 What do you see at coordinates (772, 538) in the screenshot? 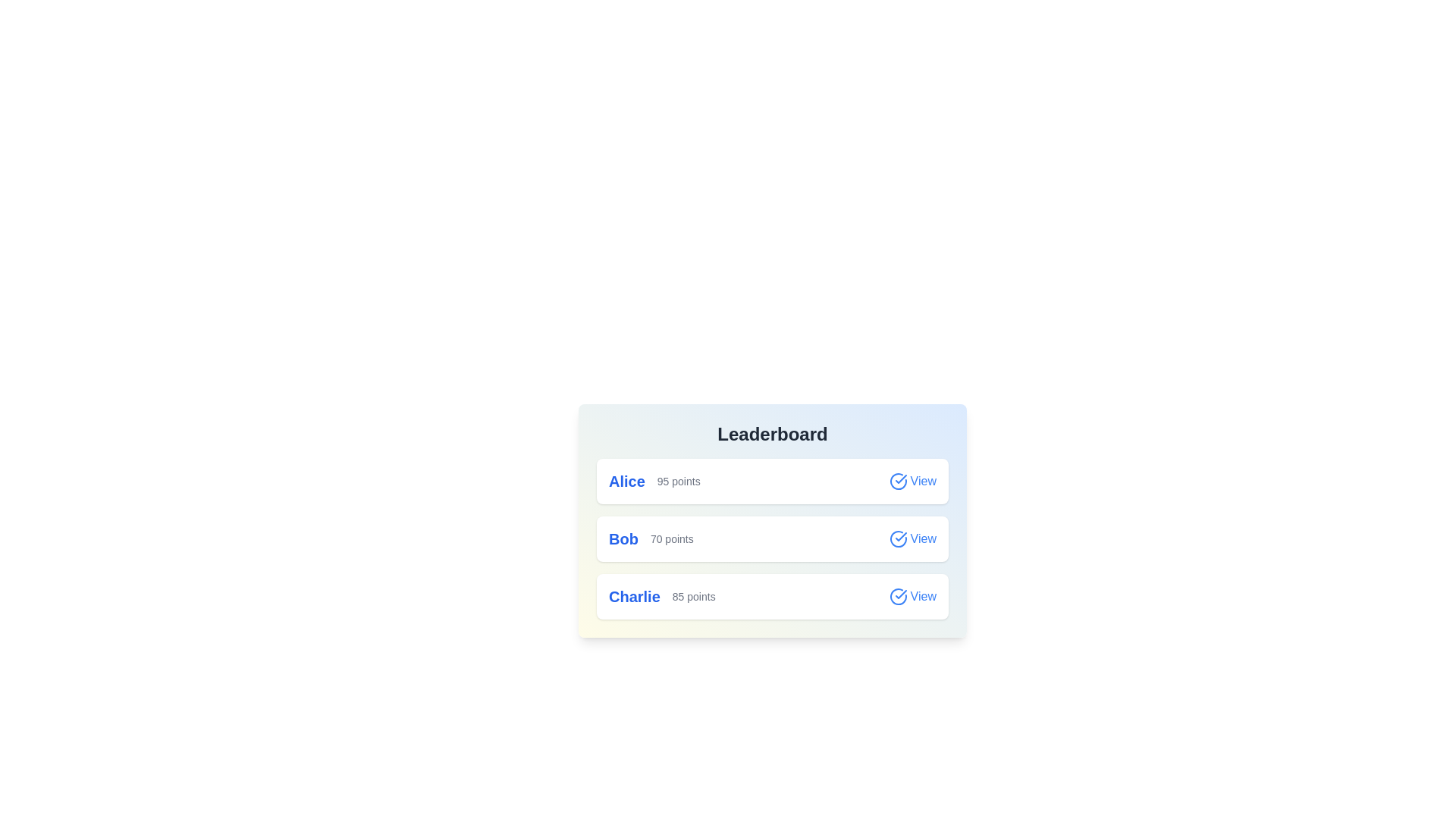
I see `the card of participant Bob to observe the scaling effect` at bounding box center [772, 538].